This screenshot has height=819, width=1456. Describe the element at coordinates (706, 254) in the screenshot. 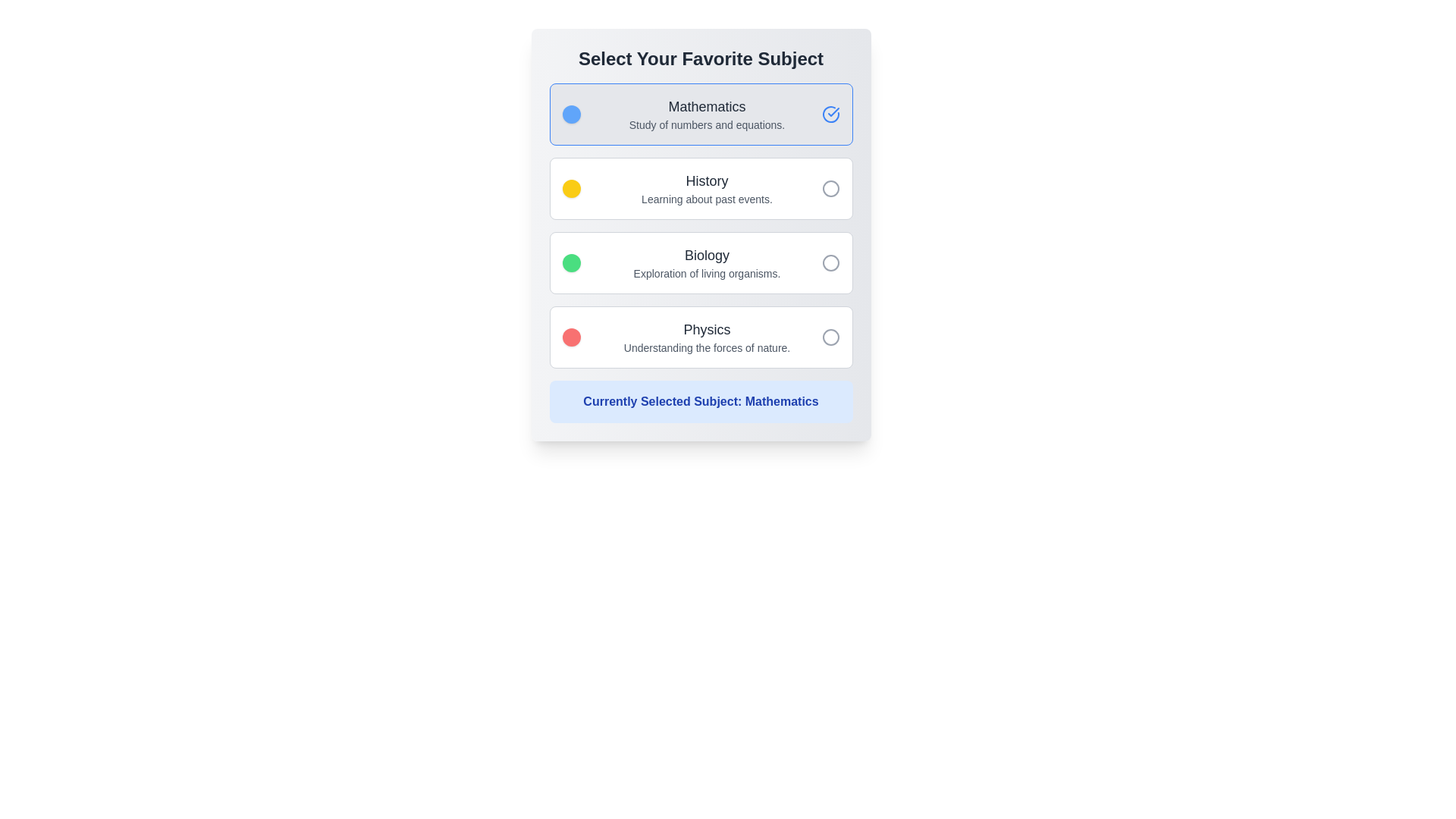

I see `the Text label displaying 'Biology', which is bold, dark gray, and aligned to the left, positioned above the description text 'Exploration of living organisms'` at that location.